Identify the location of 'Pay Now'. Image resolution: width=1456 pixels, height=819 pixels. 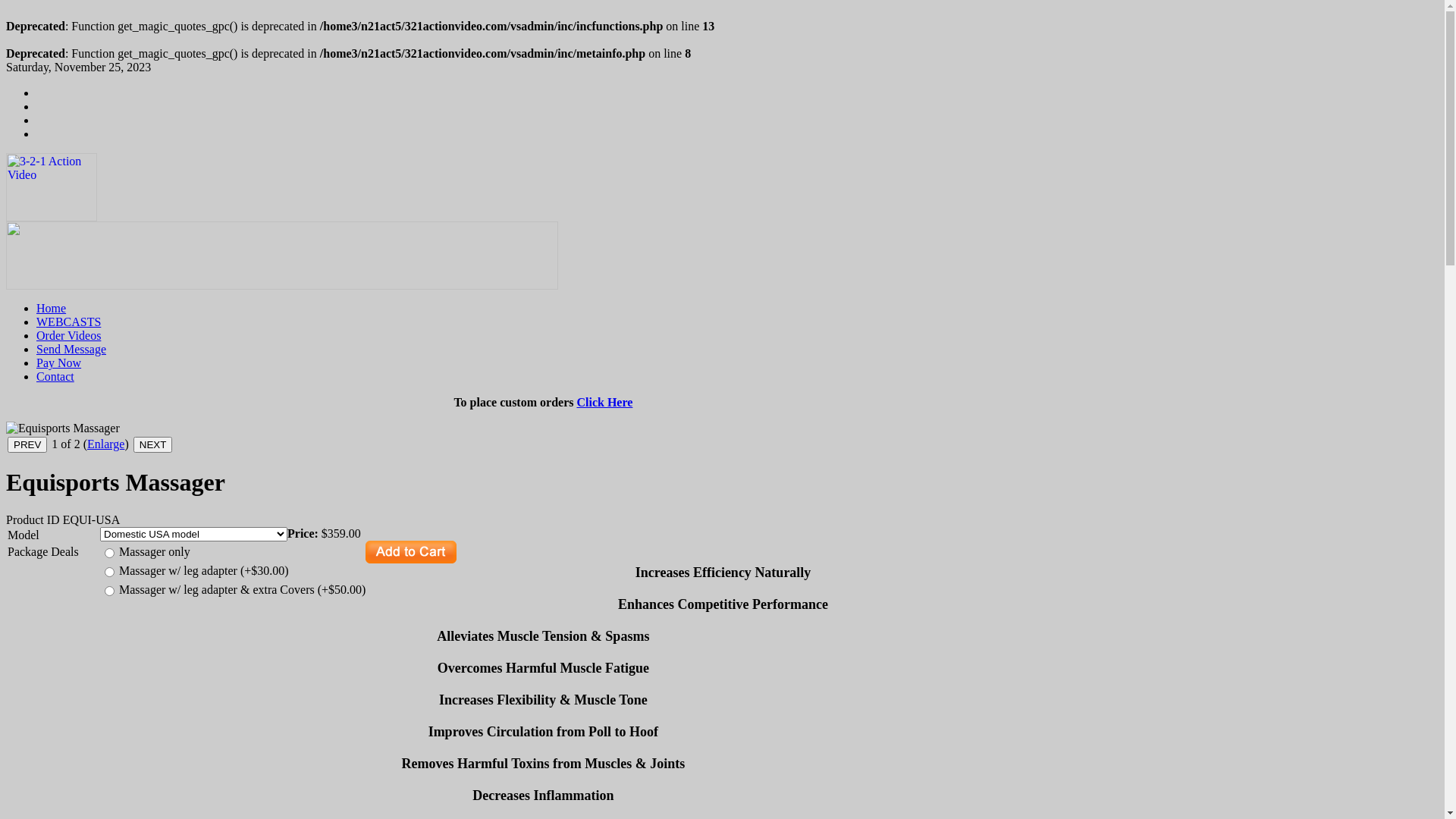
(58, 362).